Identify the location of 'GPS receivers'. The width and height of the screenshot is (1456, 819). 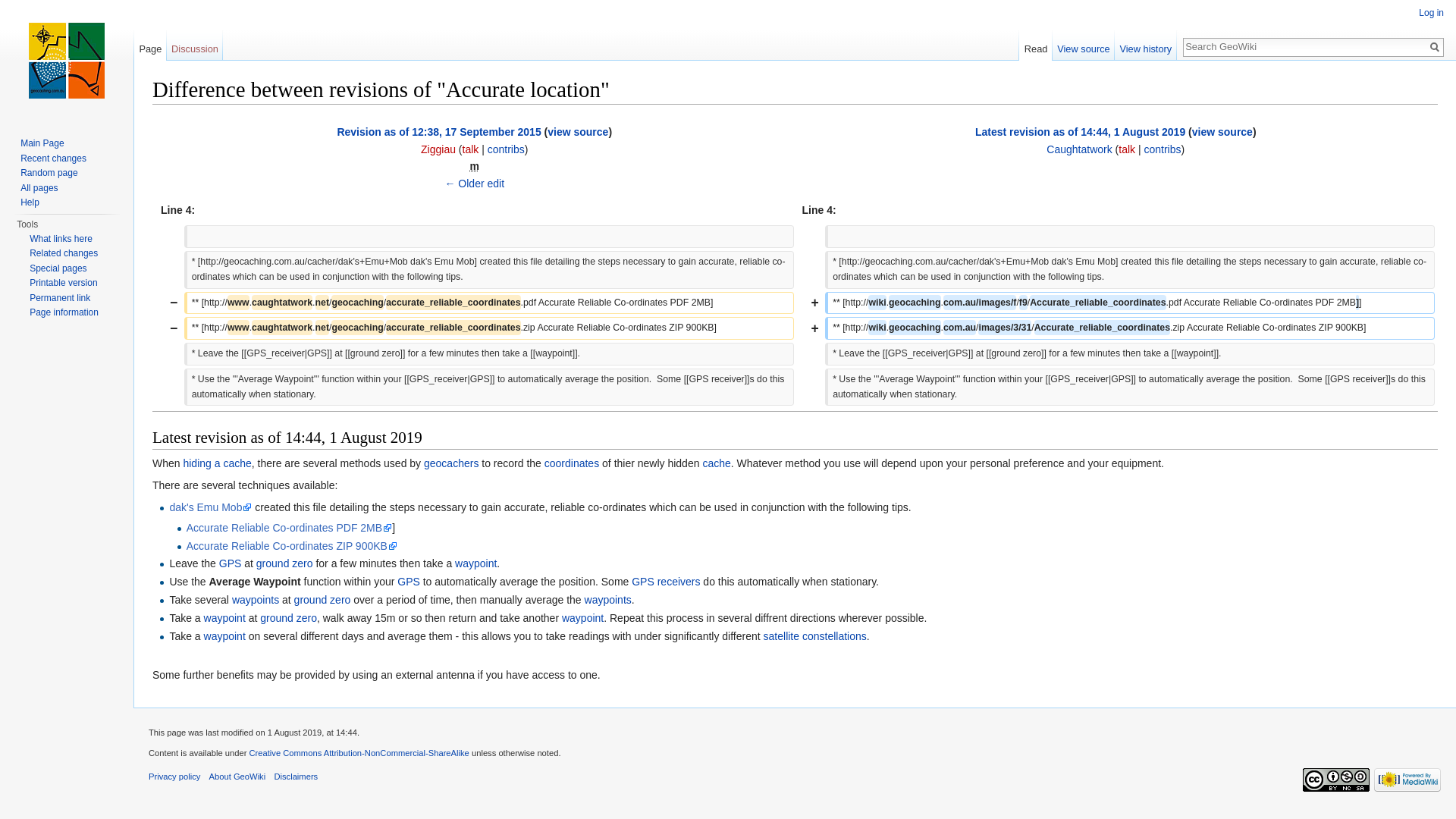
(666, 581).